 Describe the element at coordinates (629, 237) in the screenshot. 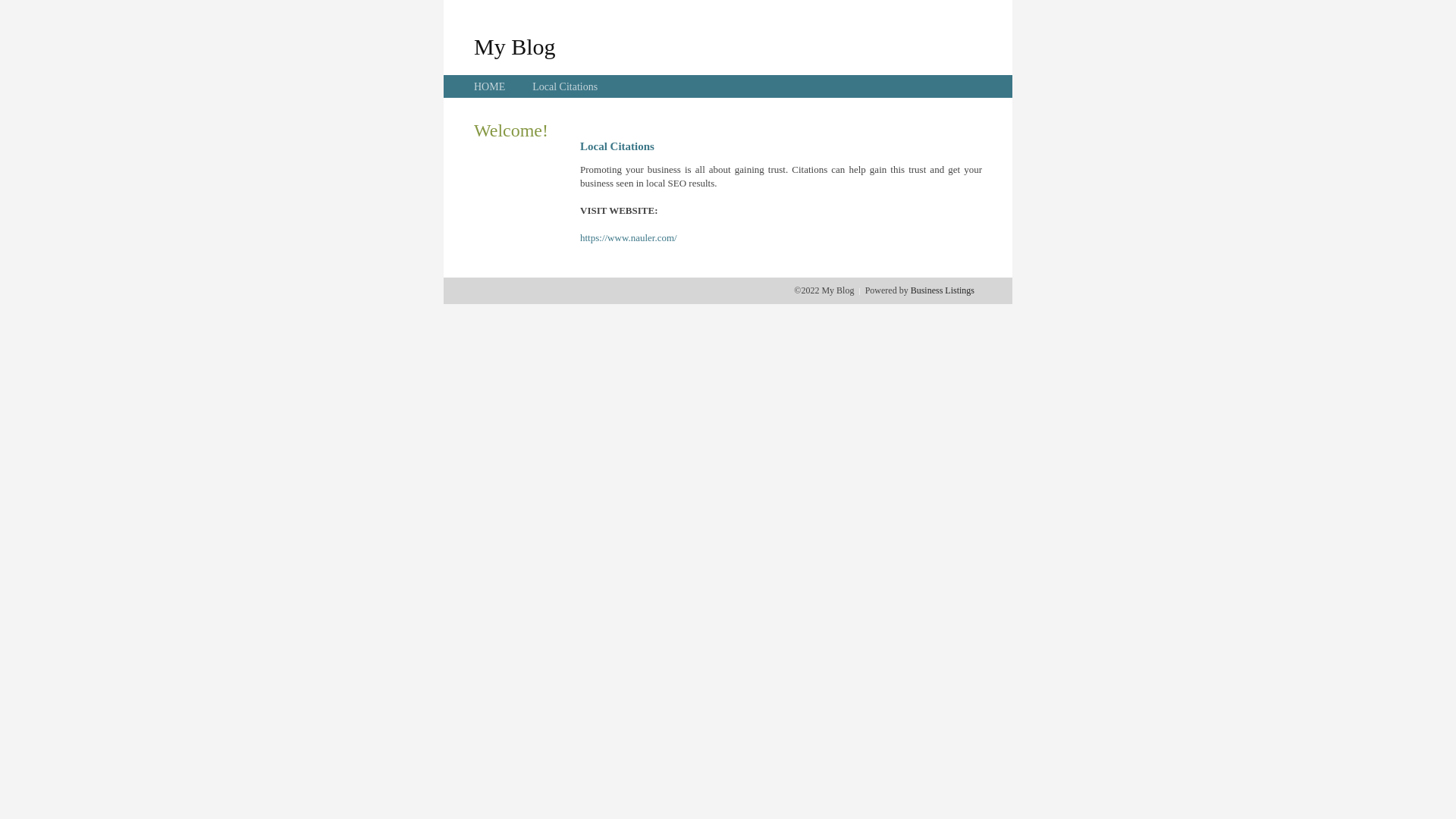

I see `'https://www.nauler.com/'` at that location.